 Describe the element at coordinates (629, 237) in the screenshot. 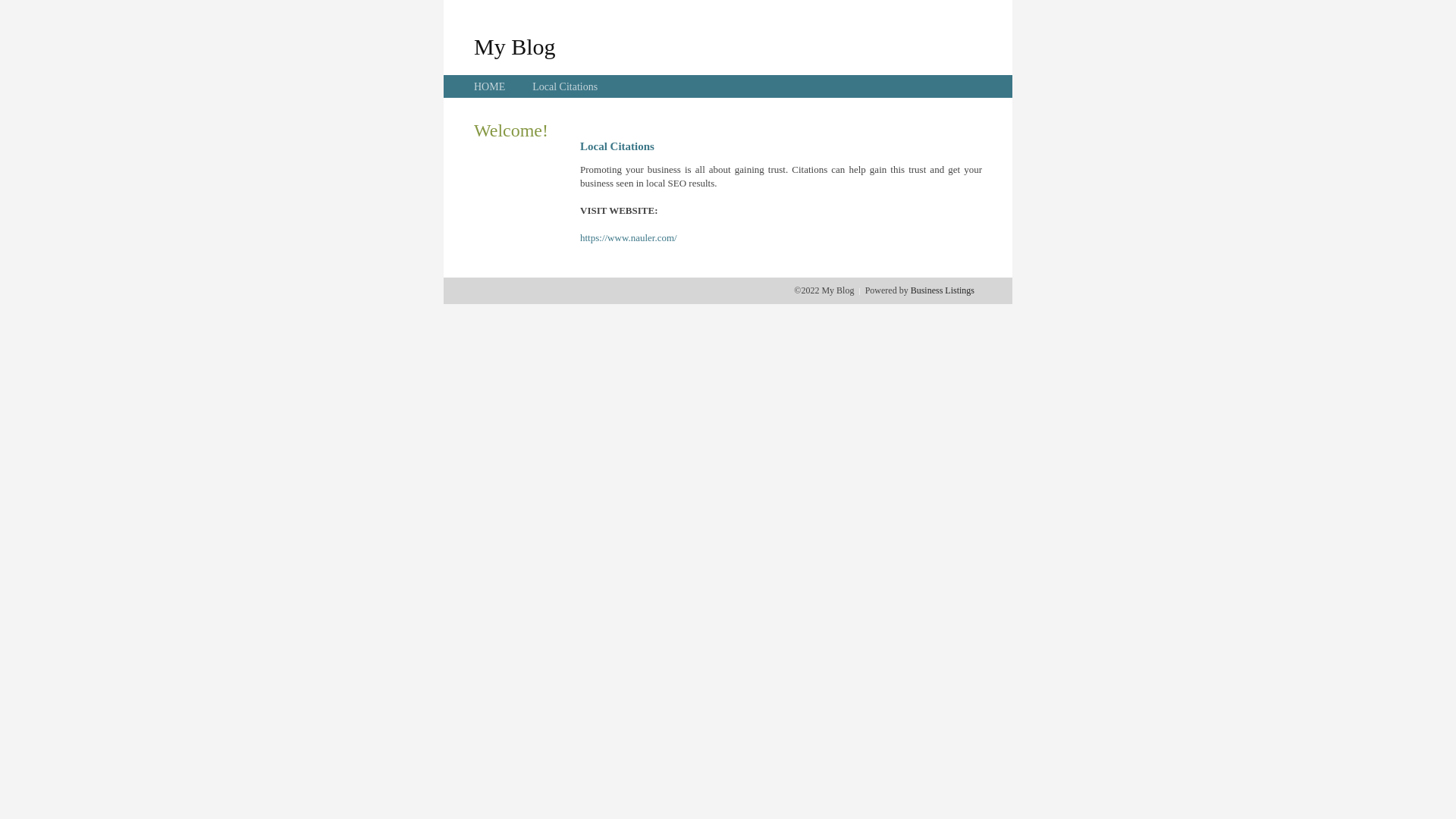

I see `'https://www.nauler.com/'` at that location.